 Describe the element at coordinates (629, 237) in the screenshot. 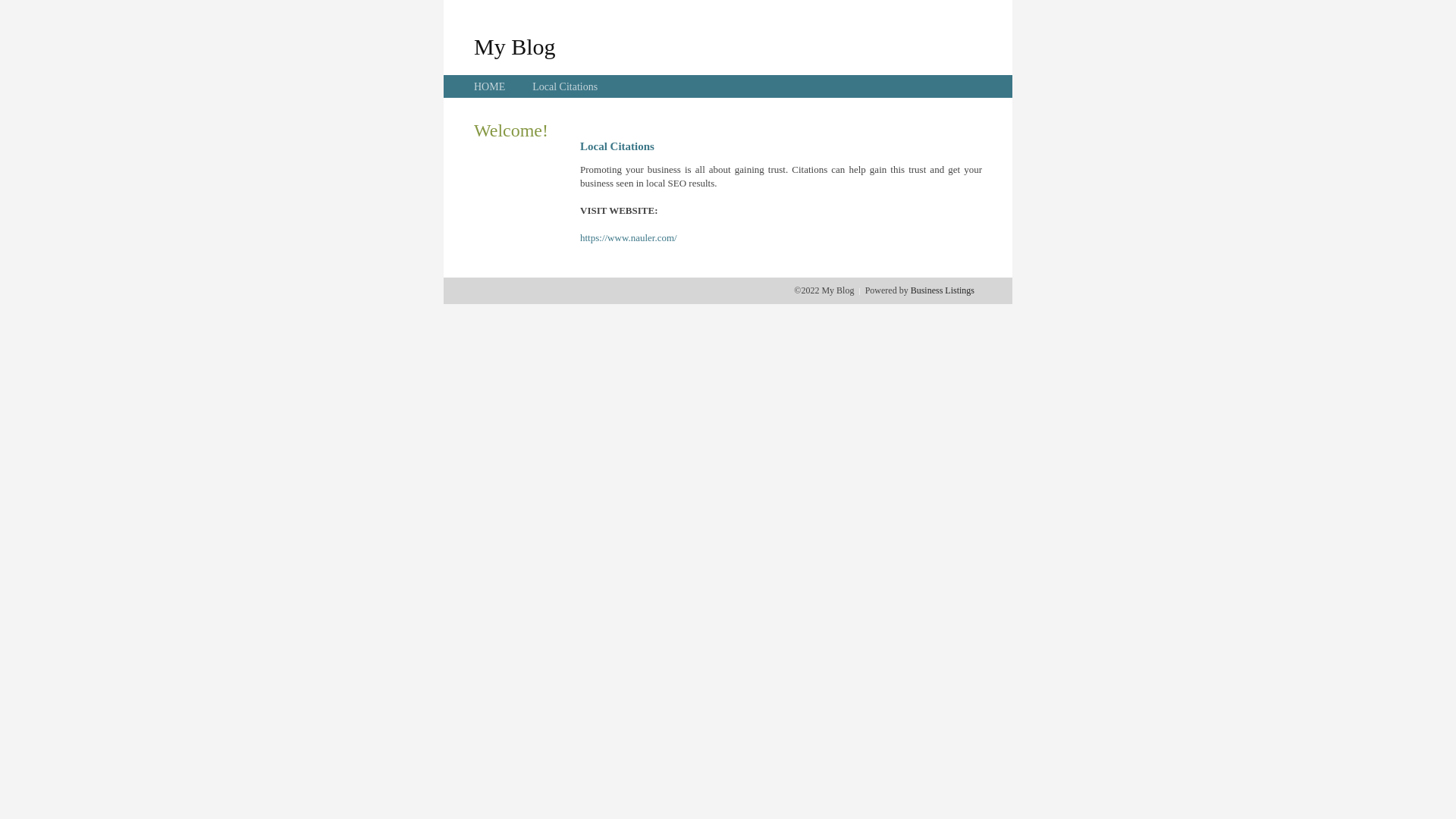

I see `'https://www.nauler.com/'` at that location.